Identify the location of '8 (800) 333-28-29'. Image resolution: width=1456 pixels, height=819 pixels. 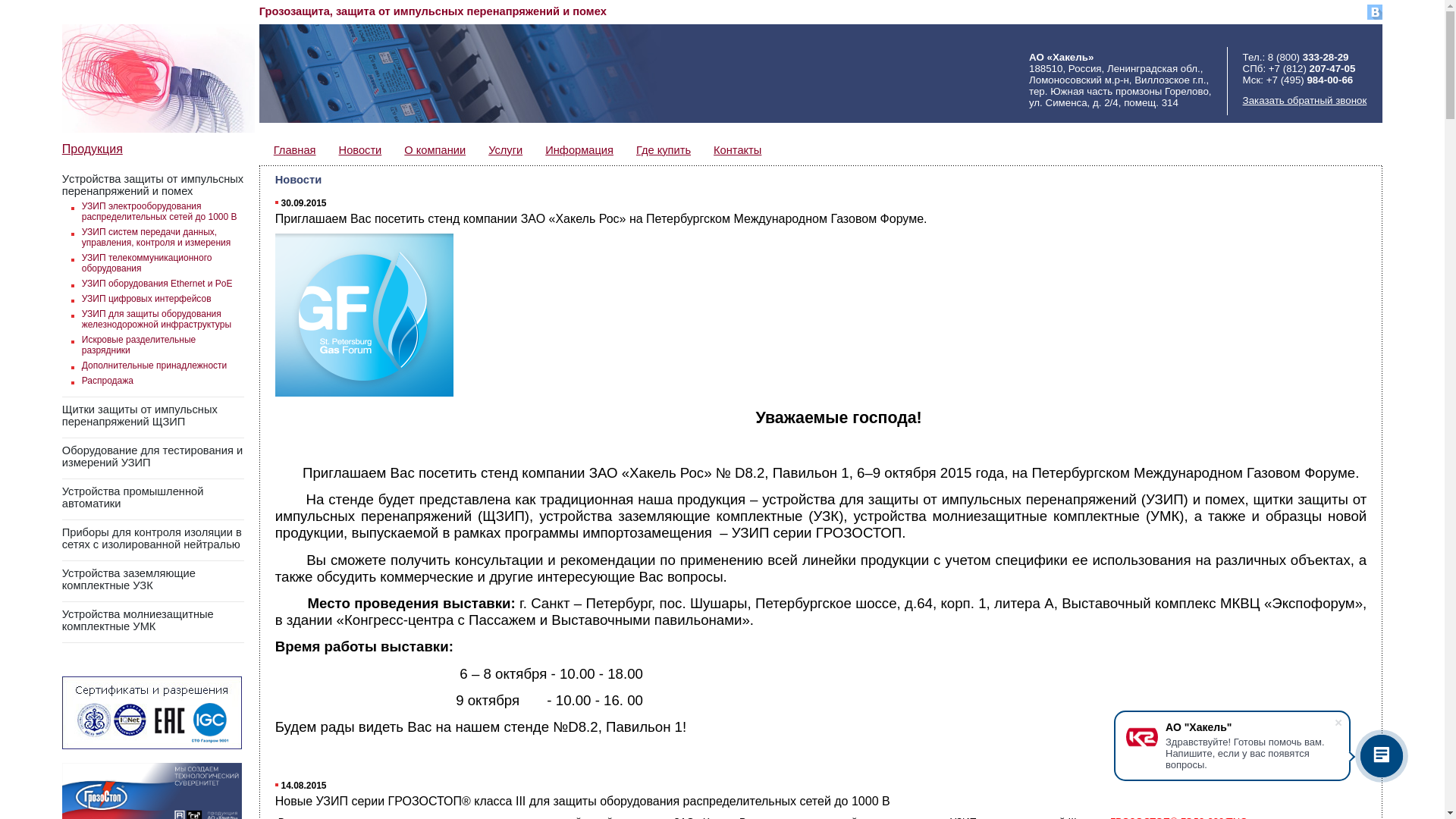
(1267, 56).